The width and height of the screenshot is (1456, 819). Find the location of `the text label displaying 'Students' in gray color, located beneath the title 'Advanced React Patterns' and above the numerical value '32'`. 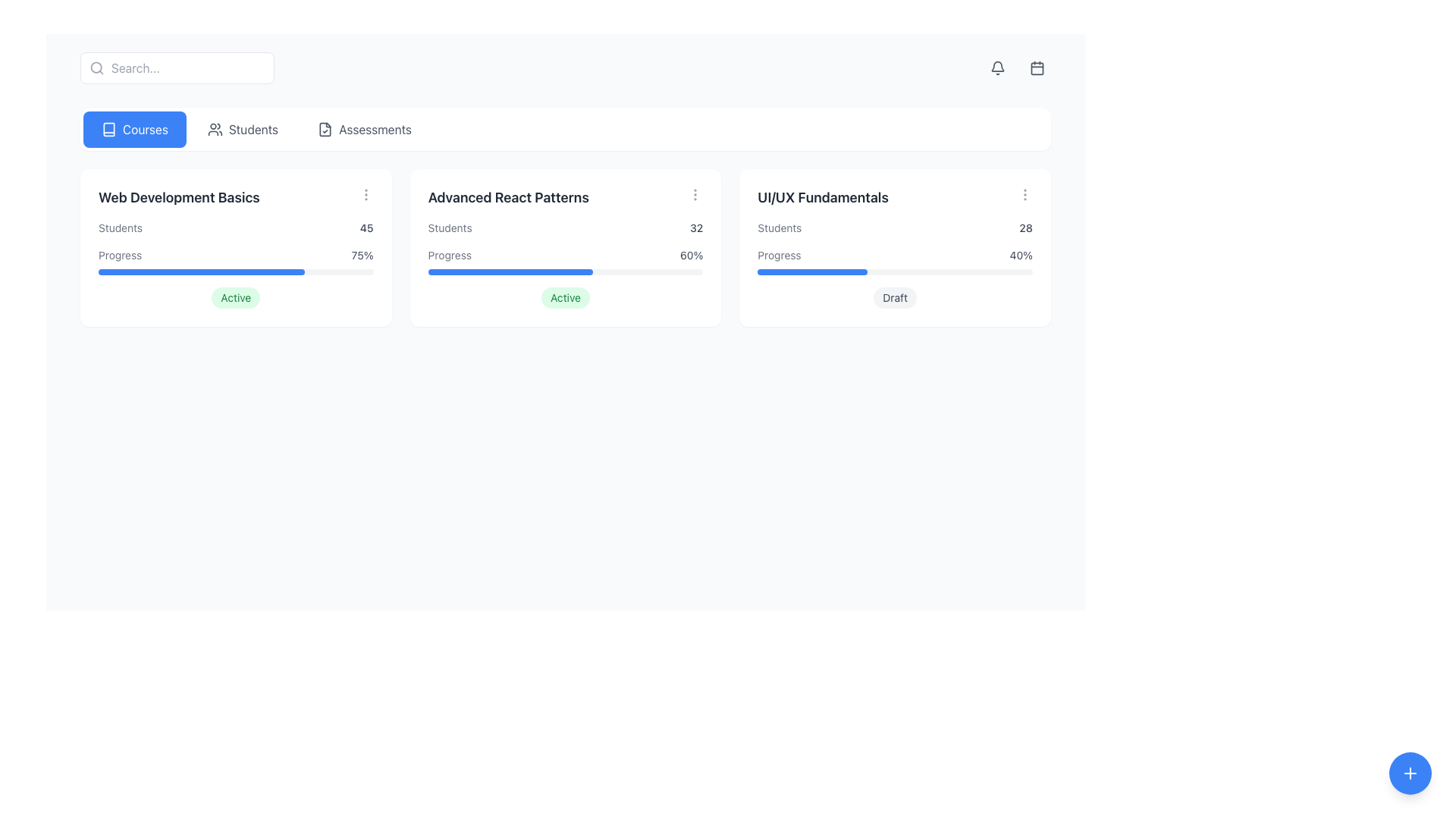

the text label displaying 'Students' in gray color, located beneath the title 'Advanced React Patterns' and above the numerical value '32' is located at coordinates (449, 227).